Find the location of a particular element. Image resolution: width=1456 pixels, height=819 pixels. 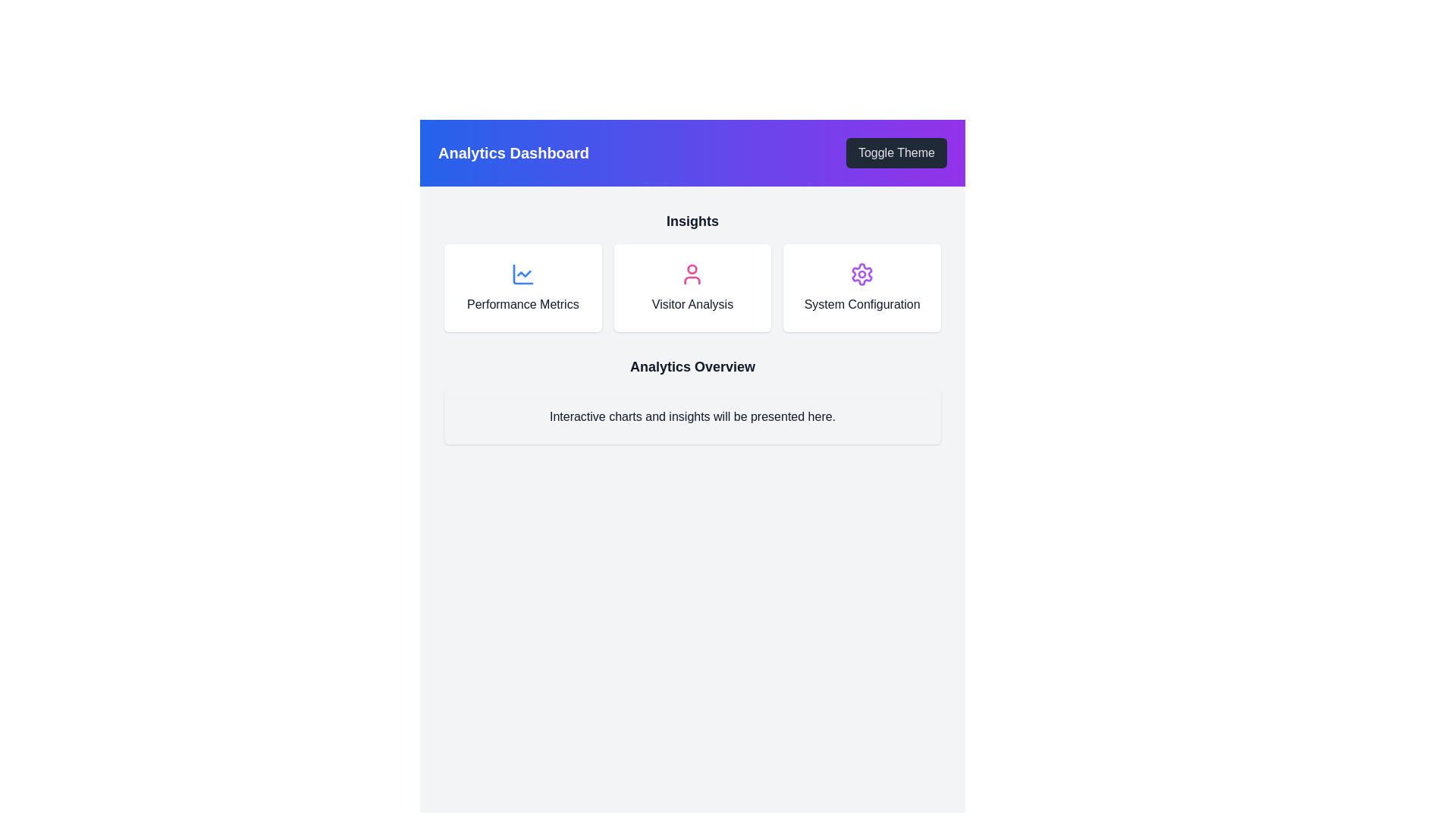

the 'Analytics Dashboard' title text located at the top left of the interface header, before the 'Toggle Theme' button is located at coordinates (513, 152).